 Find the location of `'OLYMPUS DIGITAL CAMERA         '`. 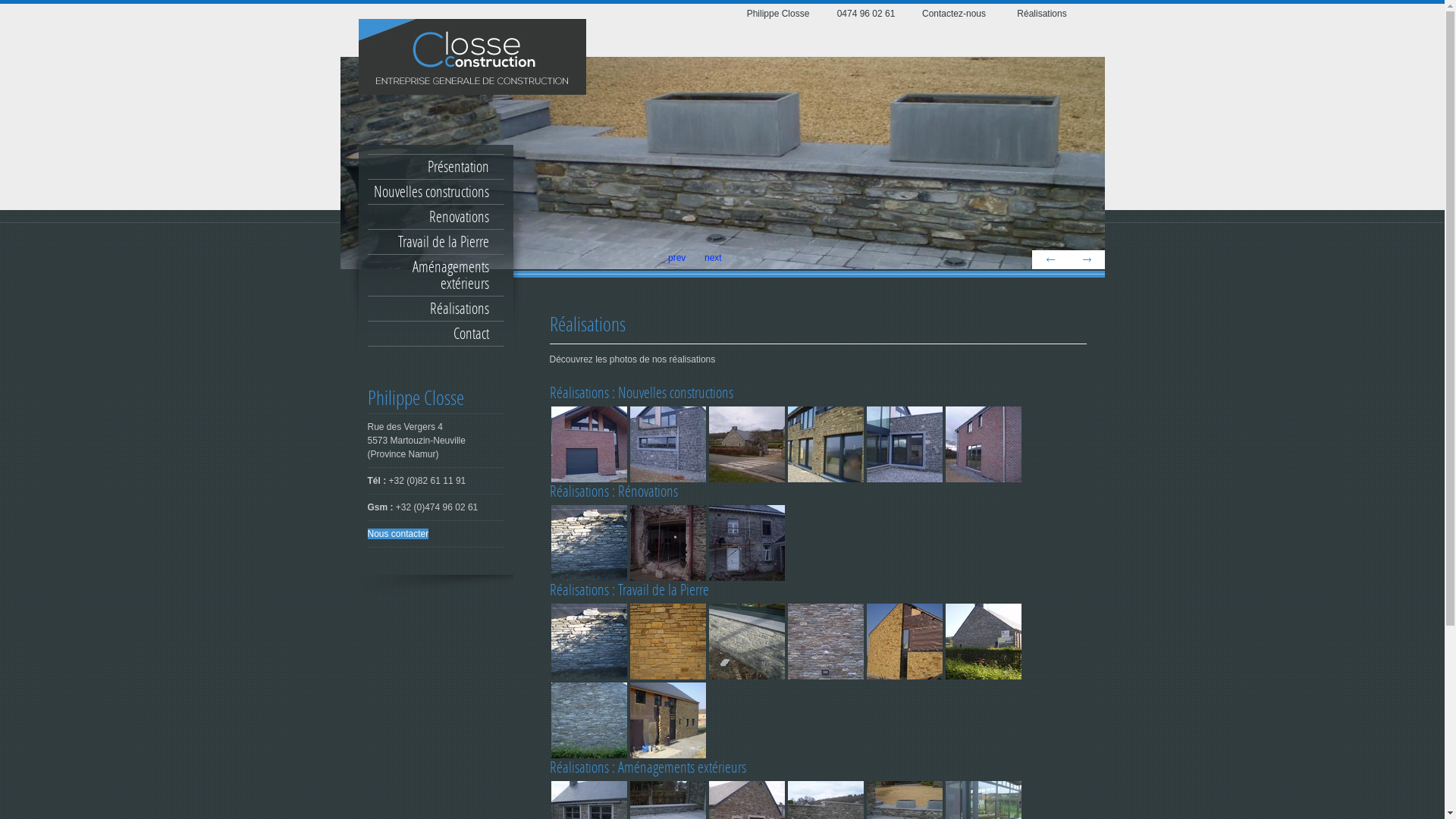

'OLYMPUS DIGITAL CAMERA         ' is located at coordinates (588, 542).